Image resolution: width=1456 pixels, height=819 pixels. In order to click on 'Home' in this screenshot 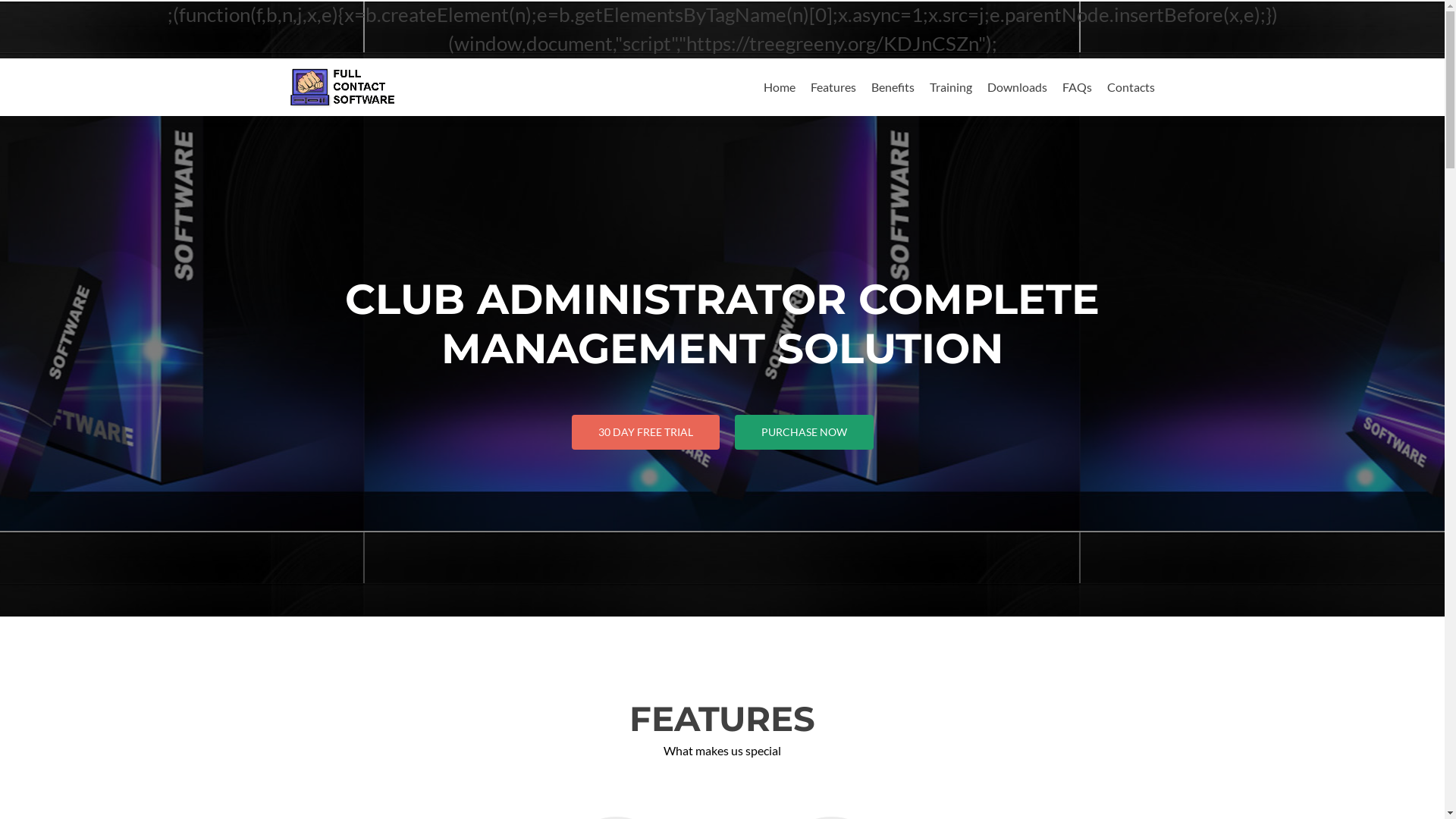, I will do `click(779, 86)`.